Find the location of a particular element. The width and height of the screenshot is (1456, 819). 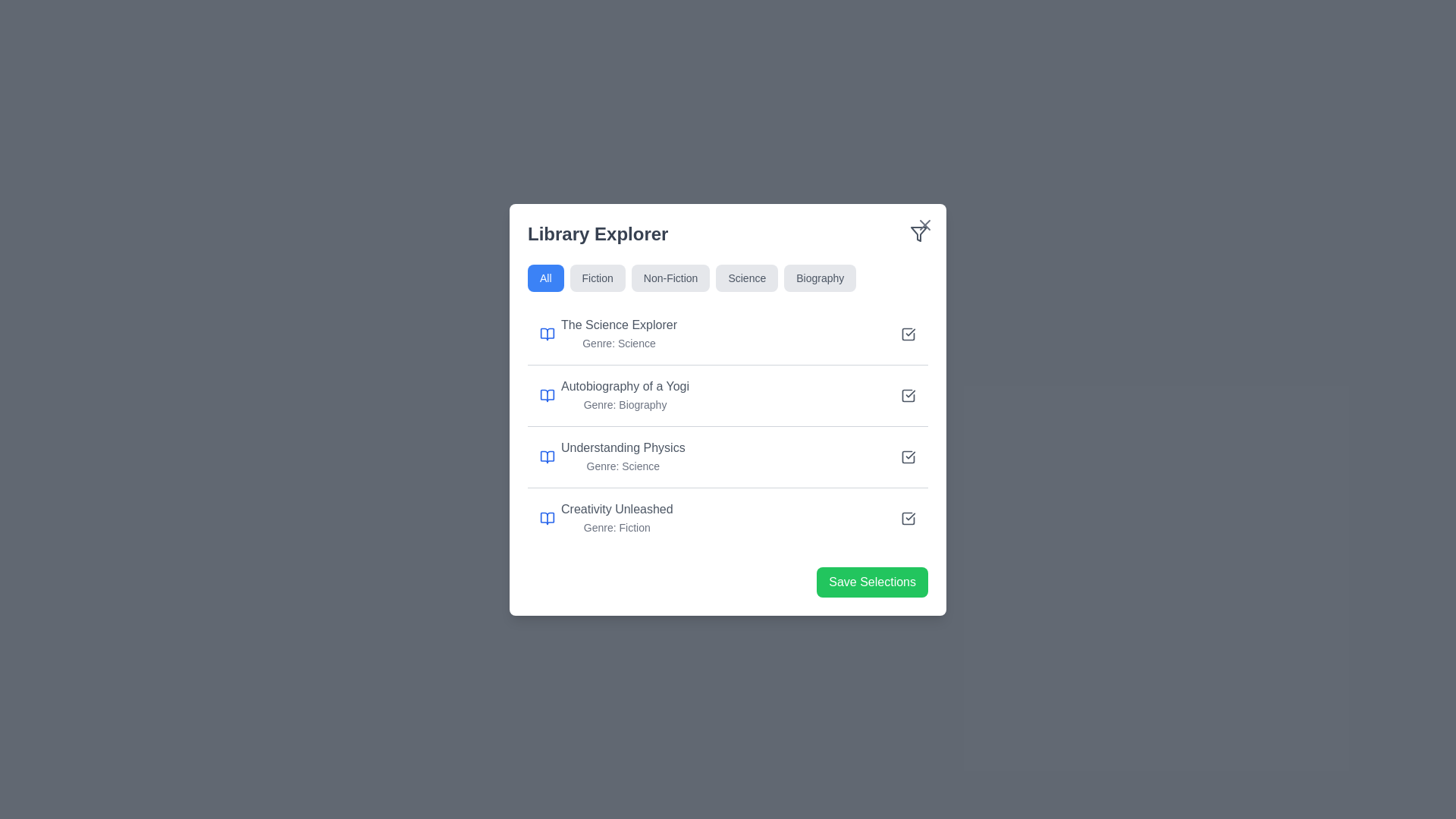

the horizontal tab bar located beneath the title 'Library Explorer' is located at coordinates (728, 278).